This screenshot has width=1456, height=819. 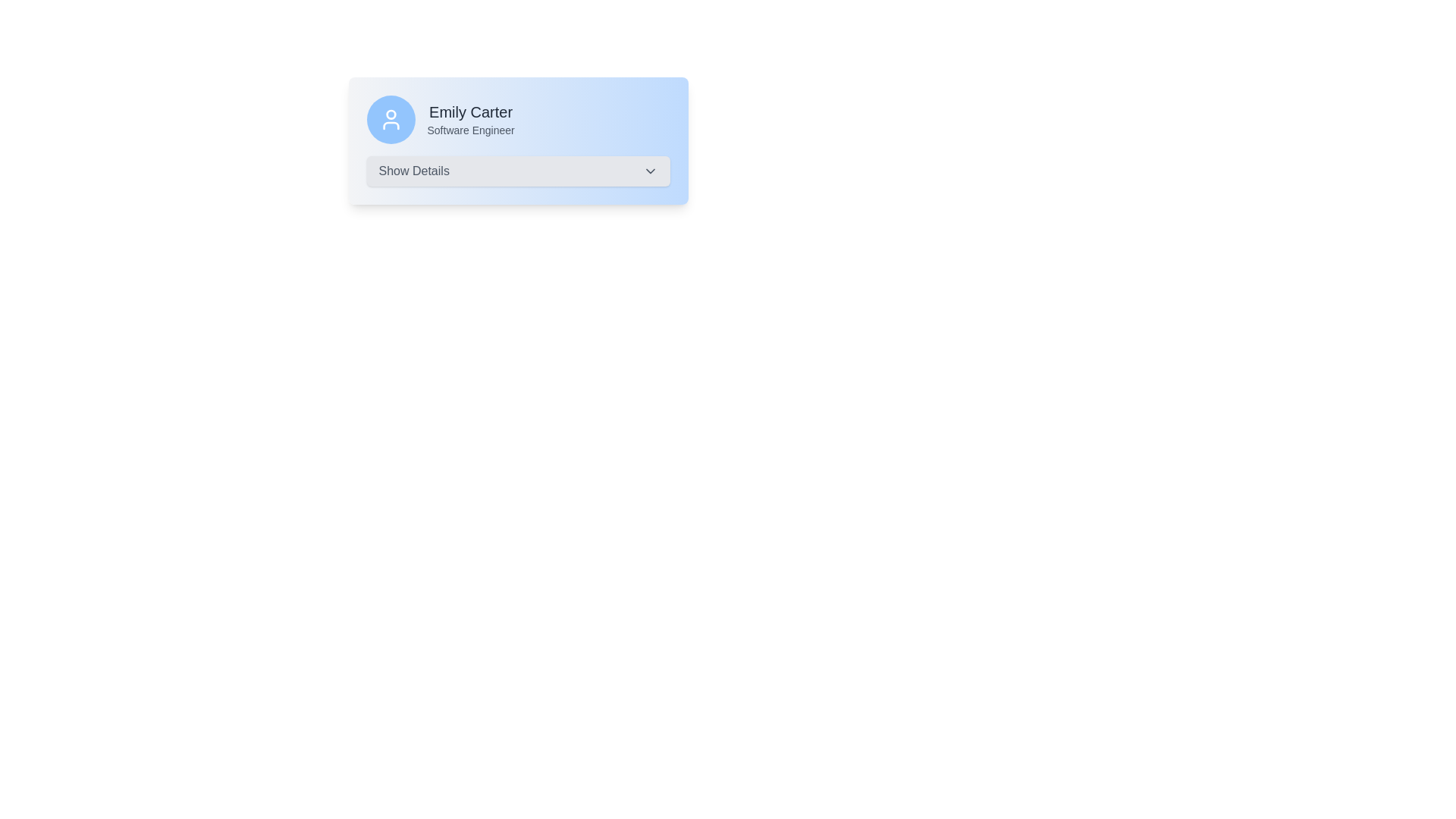 I want to click on the Text Label displaying the individual's name at the top right of the profile card layout, so click(x=470, y=111).